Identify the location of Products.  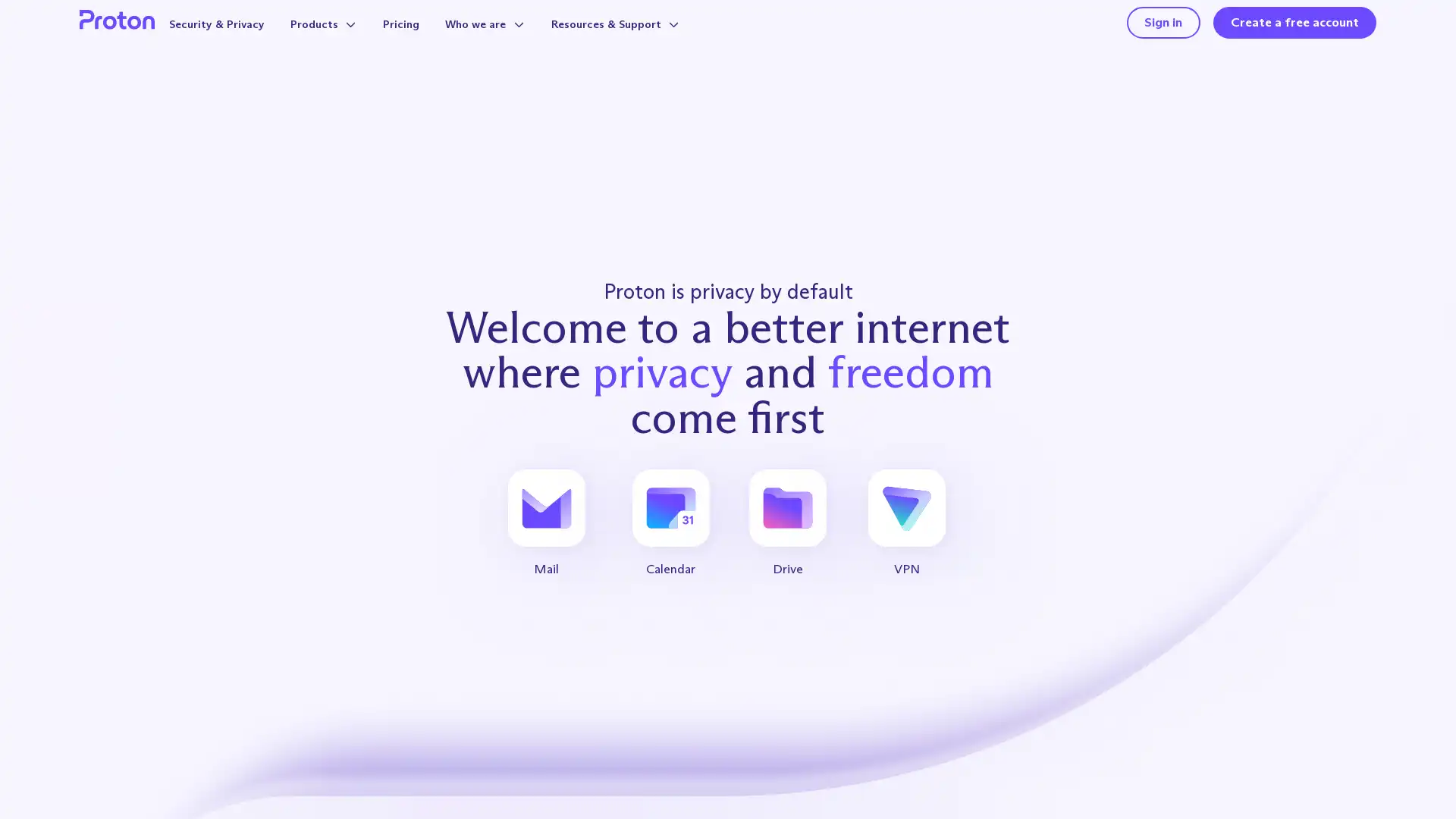
(344, 39).